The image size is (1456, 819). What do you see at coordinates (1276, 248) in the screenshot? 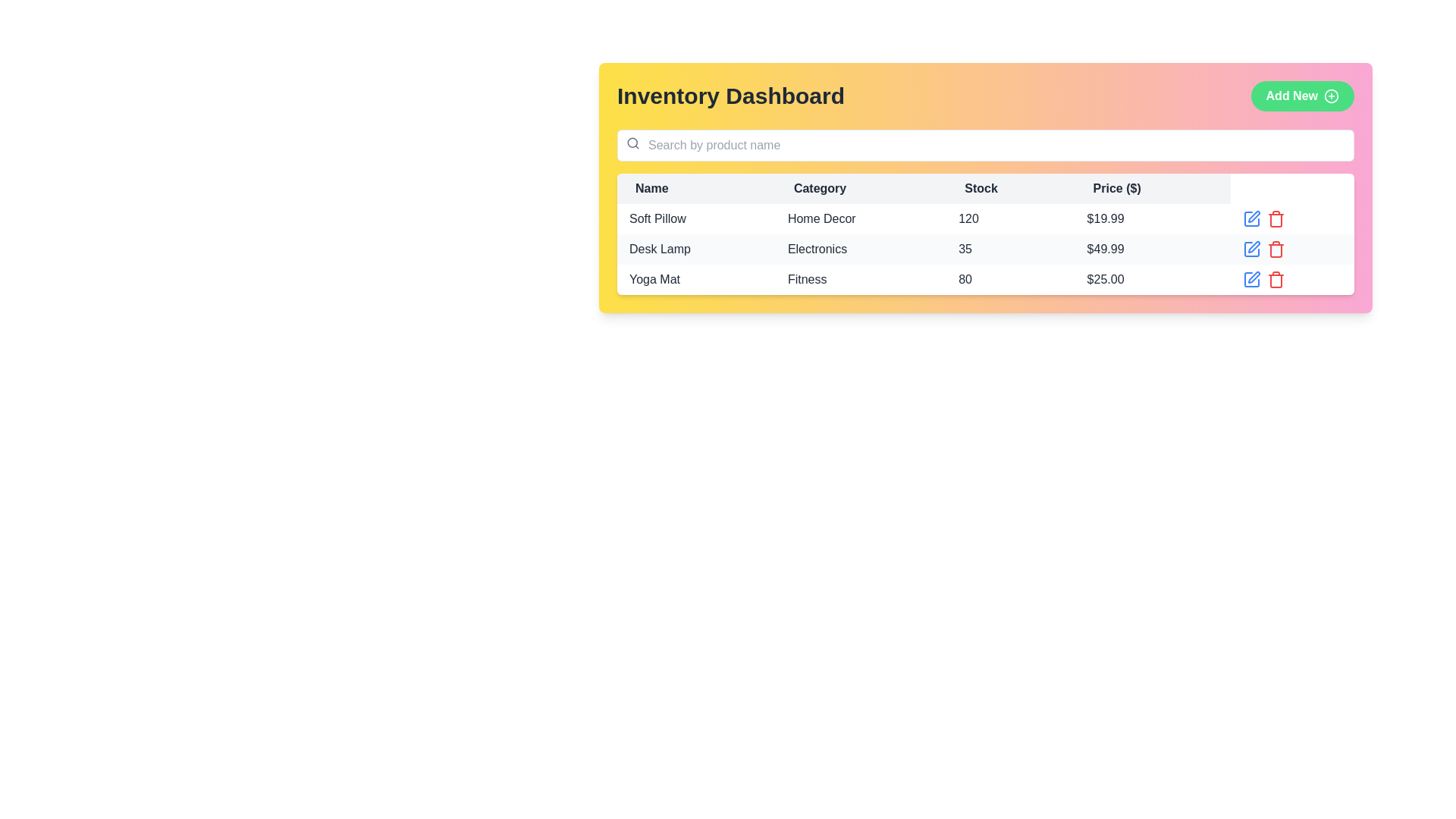
I see `the delete button for the 'Desk Lamp' in the inventory list` at bounding box center [1276, 248].